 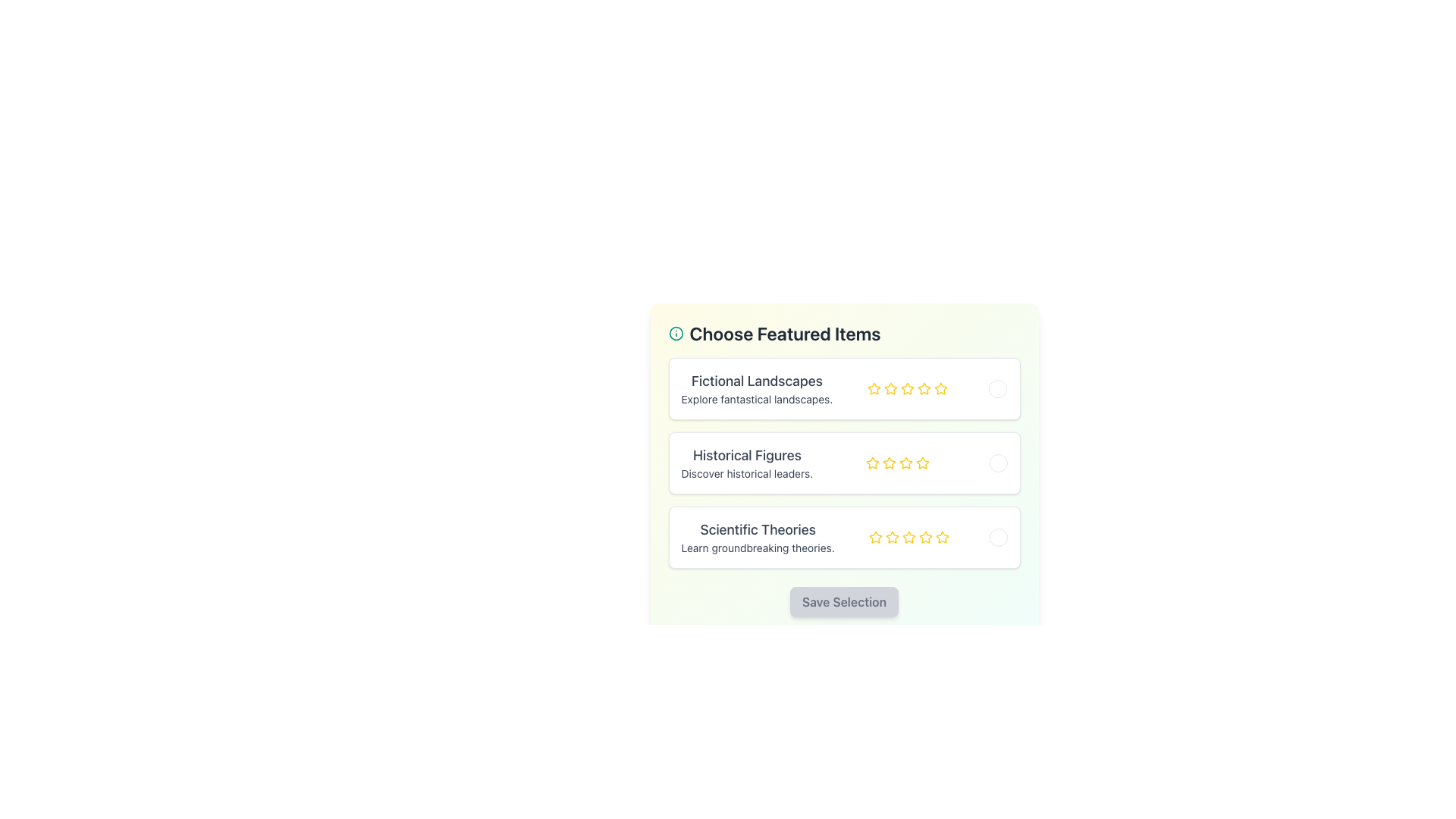 I want to click on the fourth star in the horizontal sequence of rating icons for the 'Historical Figures' card, so click(x=906, y=462).